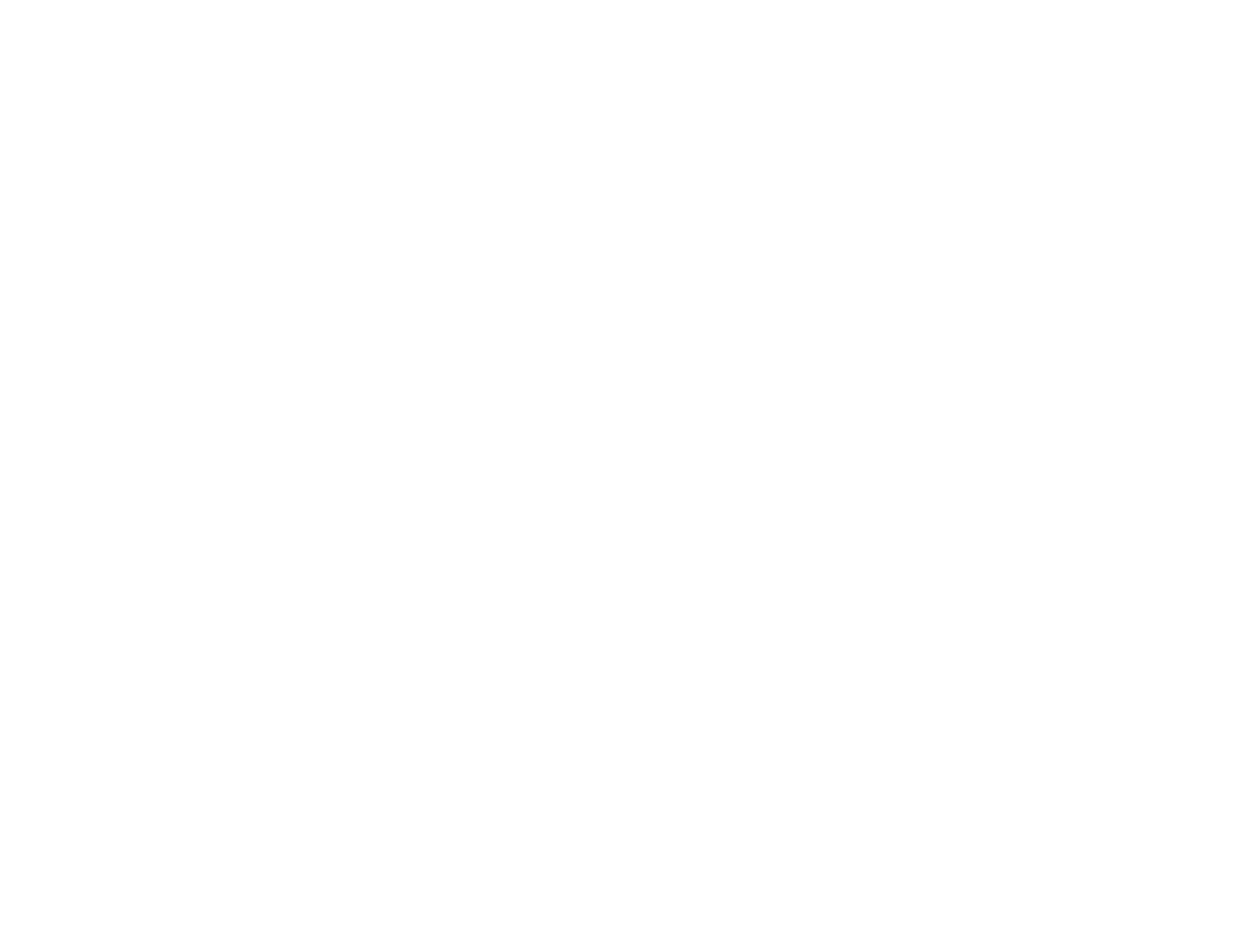 The height and width of the screenshot is (925, 1250). What do you see at coordinates (355, 901) in the screenshot?
I see `'entertainment'` at bounding box center [355, 901].